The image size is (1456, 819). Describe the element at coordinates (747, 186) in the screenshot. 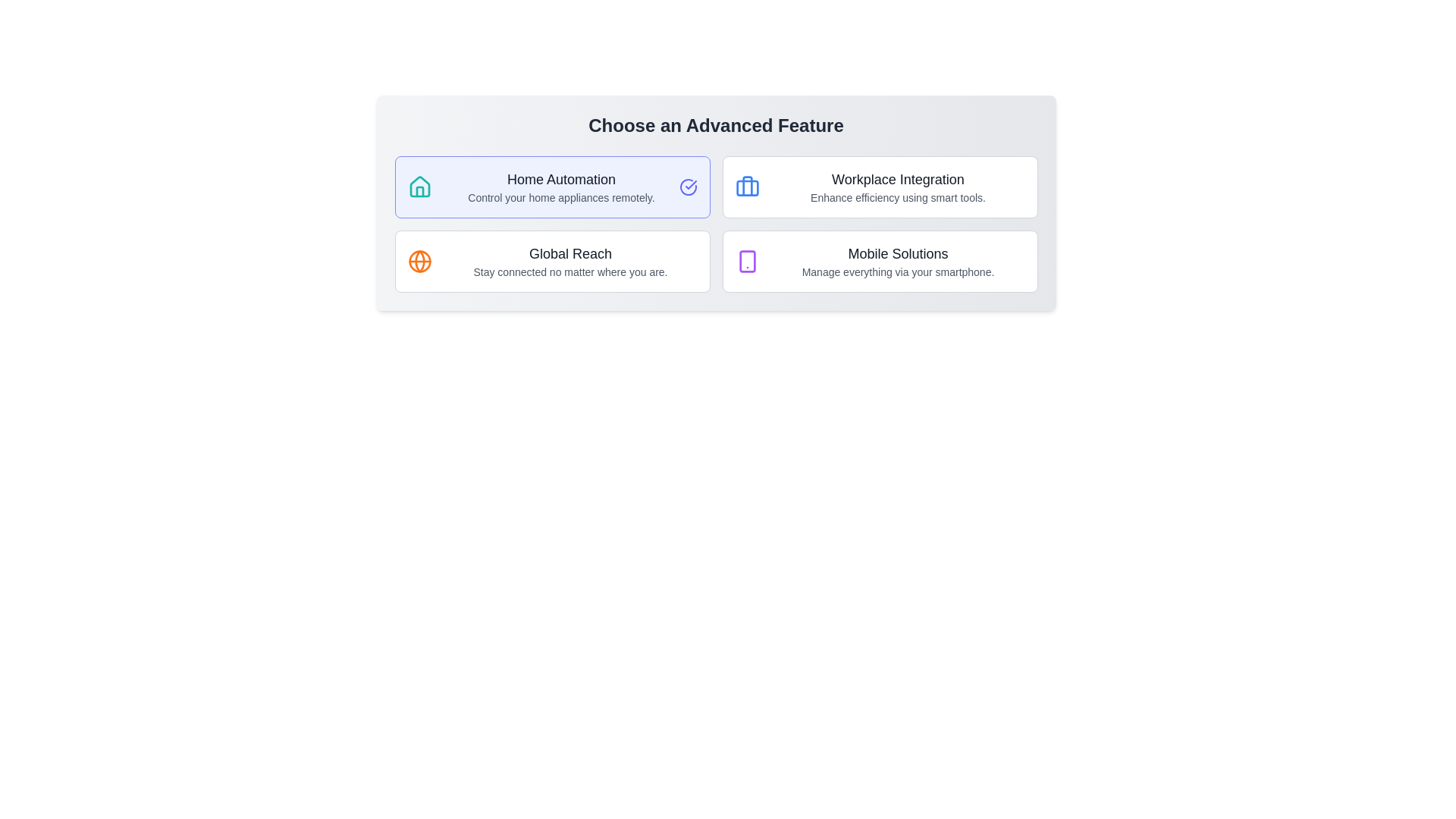

I see `the Workplace Integration icon located at the top-left corner of the card labeled 'Workplace Integration'` at that location.